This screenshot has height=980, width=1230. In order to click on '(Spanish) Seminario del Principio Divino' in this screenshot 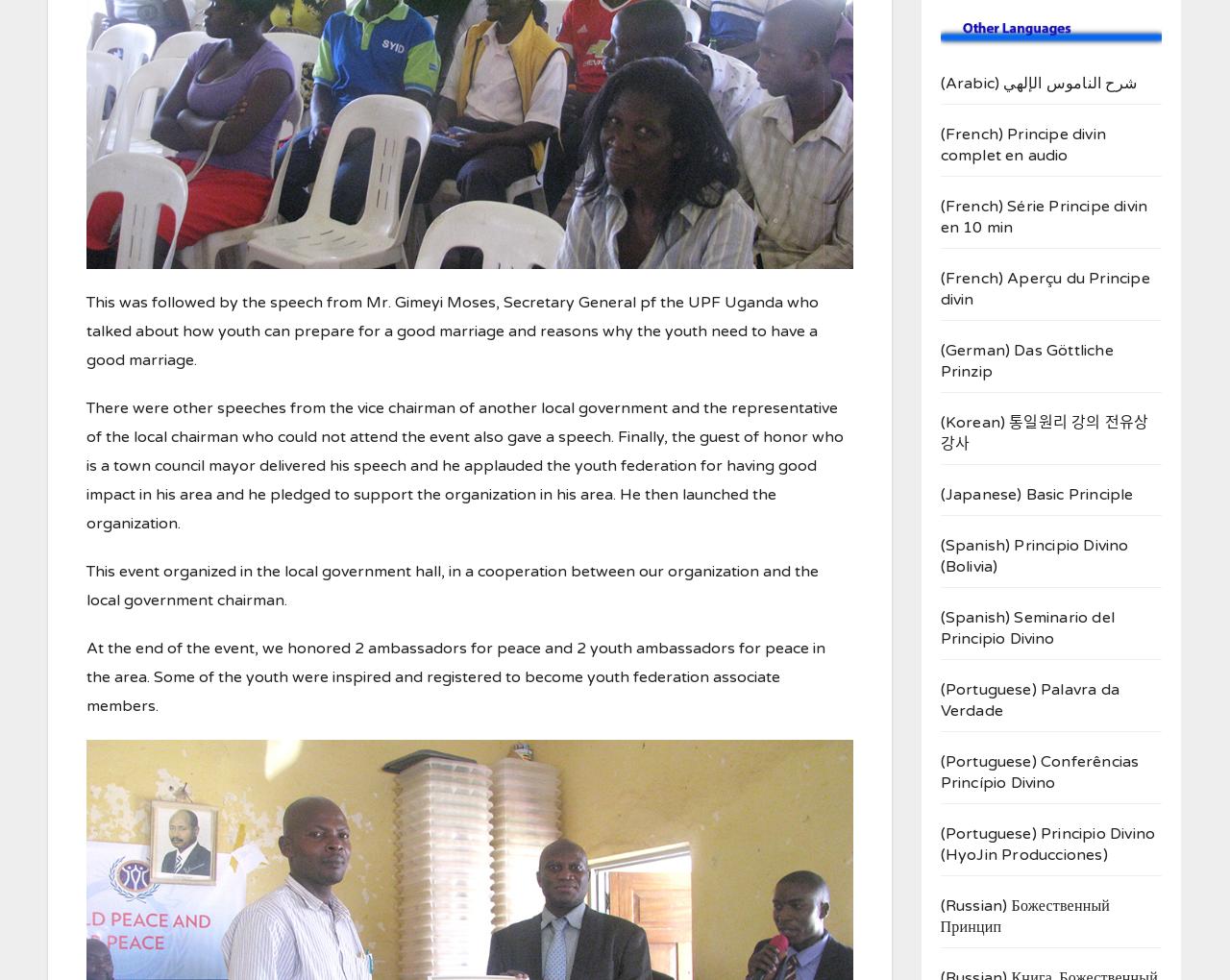, I will do `click(1026, 628)`.